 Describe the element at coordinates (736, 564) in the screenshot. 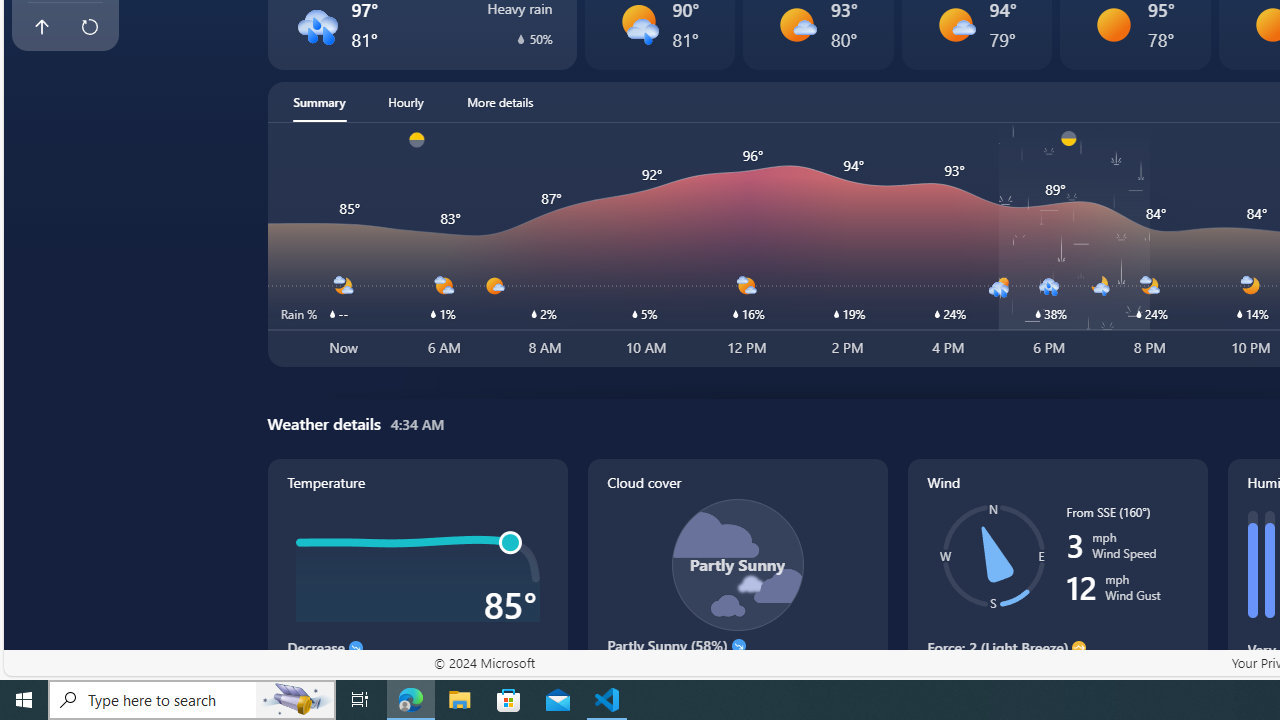

I see `'Class: cloudCoverSvg-DS-ps0R9q'` at that location.